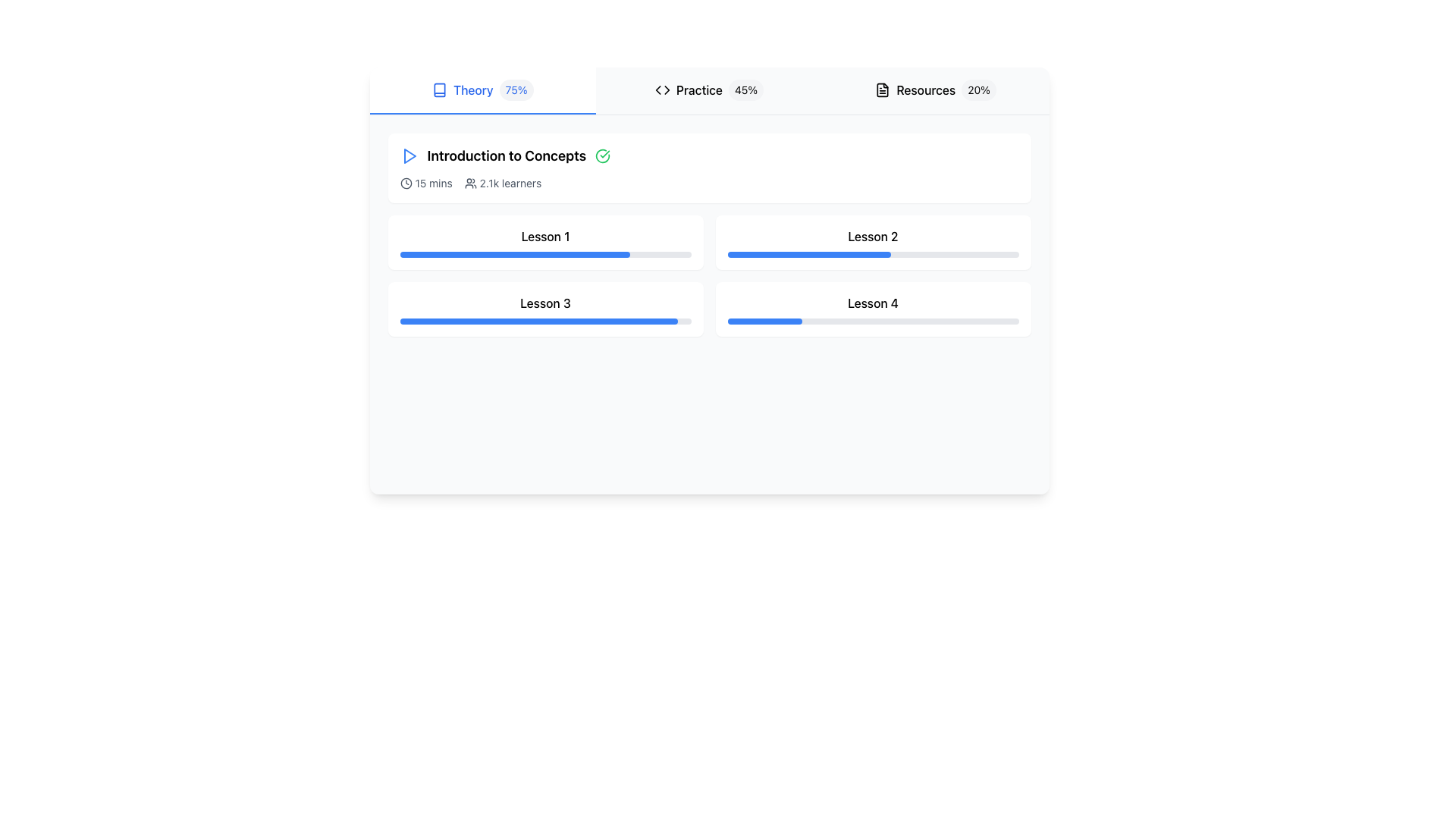  What do you see at coordinates (662, 90) in the screenshot?
I see `the code symbol icon in the 'Practice45%' tab, which is located to the far left of the section, preceding the text 'Practice' and the percentage indicator '45%.'` at bounding box center [662, 90].